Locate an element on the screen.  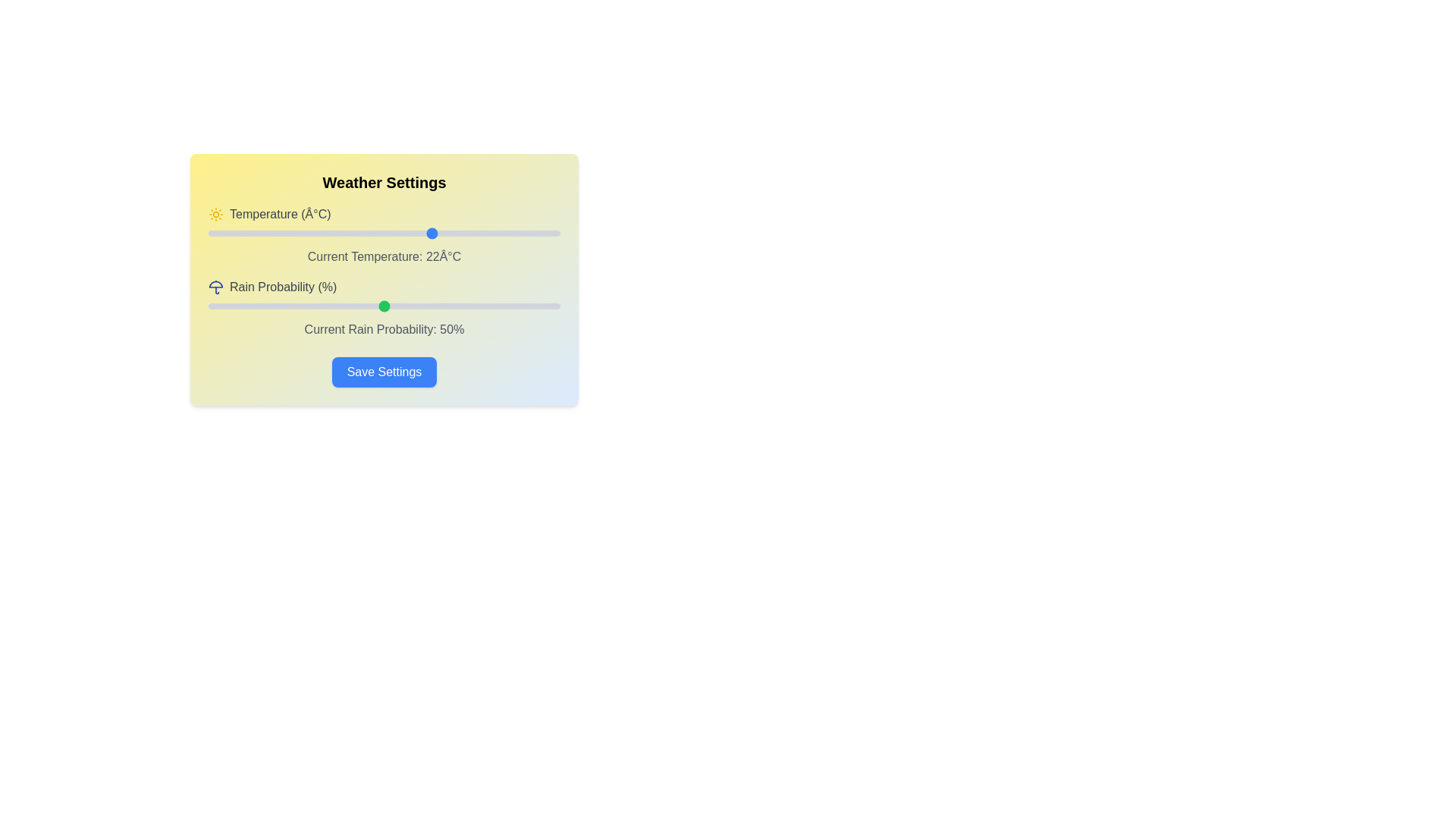
the temperature slider to -1 degrees Celsius is located at coordinates (271, 234).